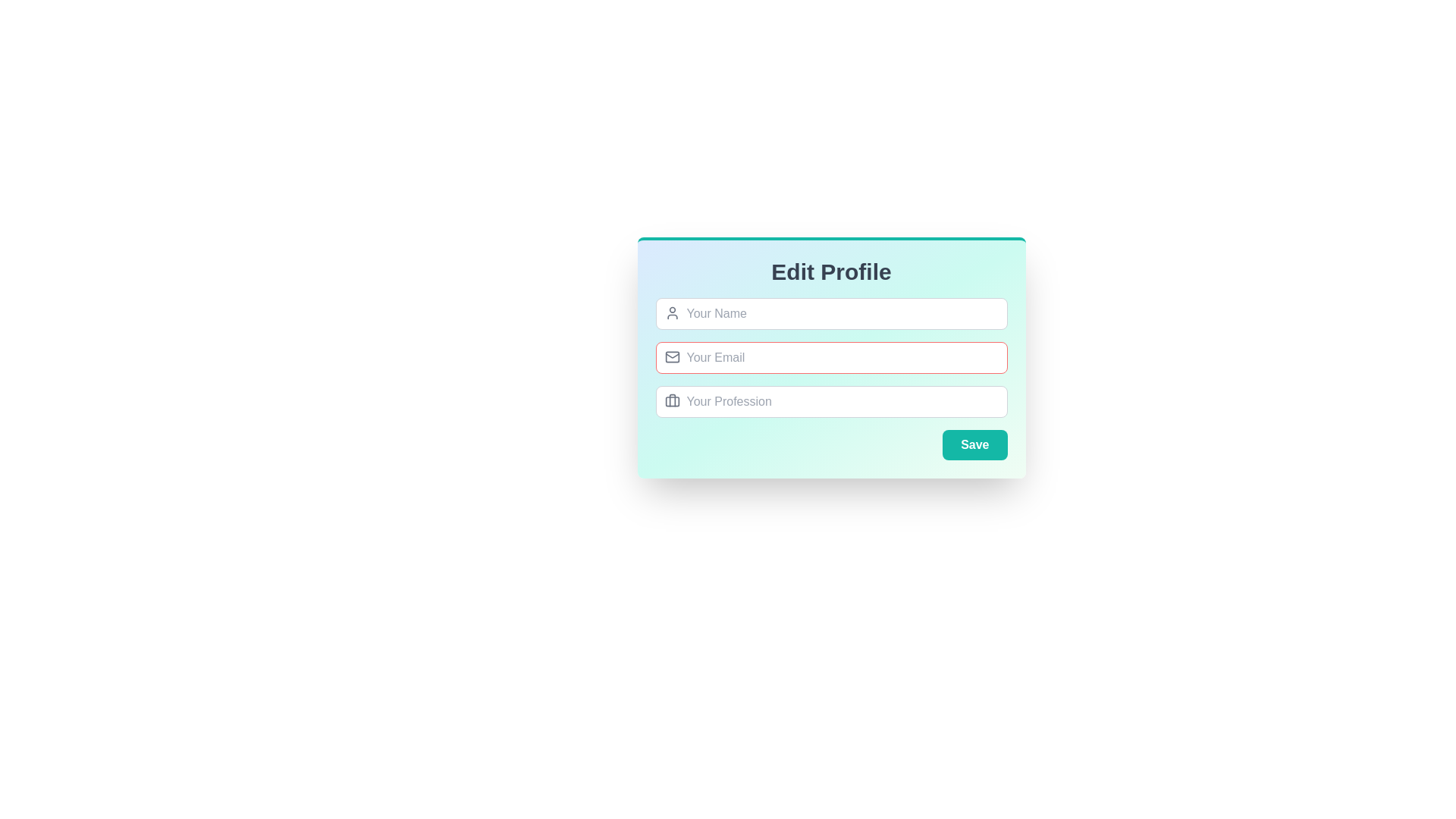 The height and width of the screenshot is (819, 1456). Describe the element at coordinates (830, 271) in the screenshot. I see `the prominently styled header text displaying 'Edit Profile', which is located at the top-center of a card-like interface` at that location.